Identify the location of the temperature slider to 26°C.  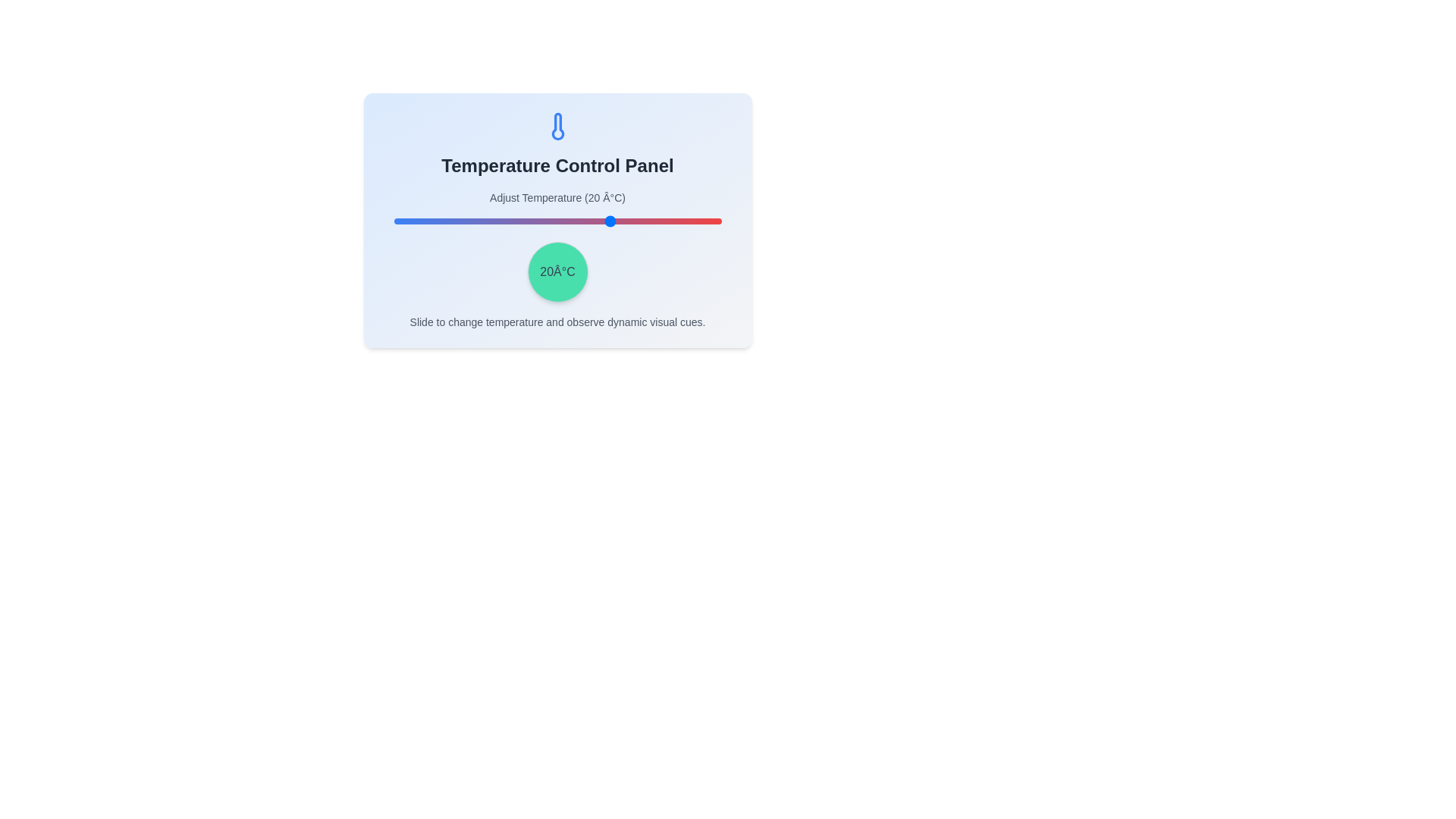
(634, 221).